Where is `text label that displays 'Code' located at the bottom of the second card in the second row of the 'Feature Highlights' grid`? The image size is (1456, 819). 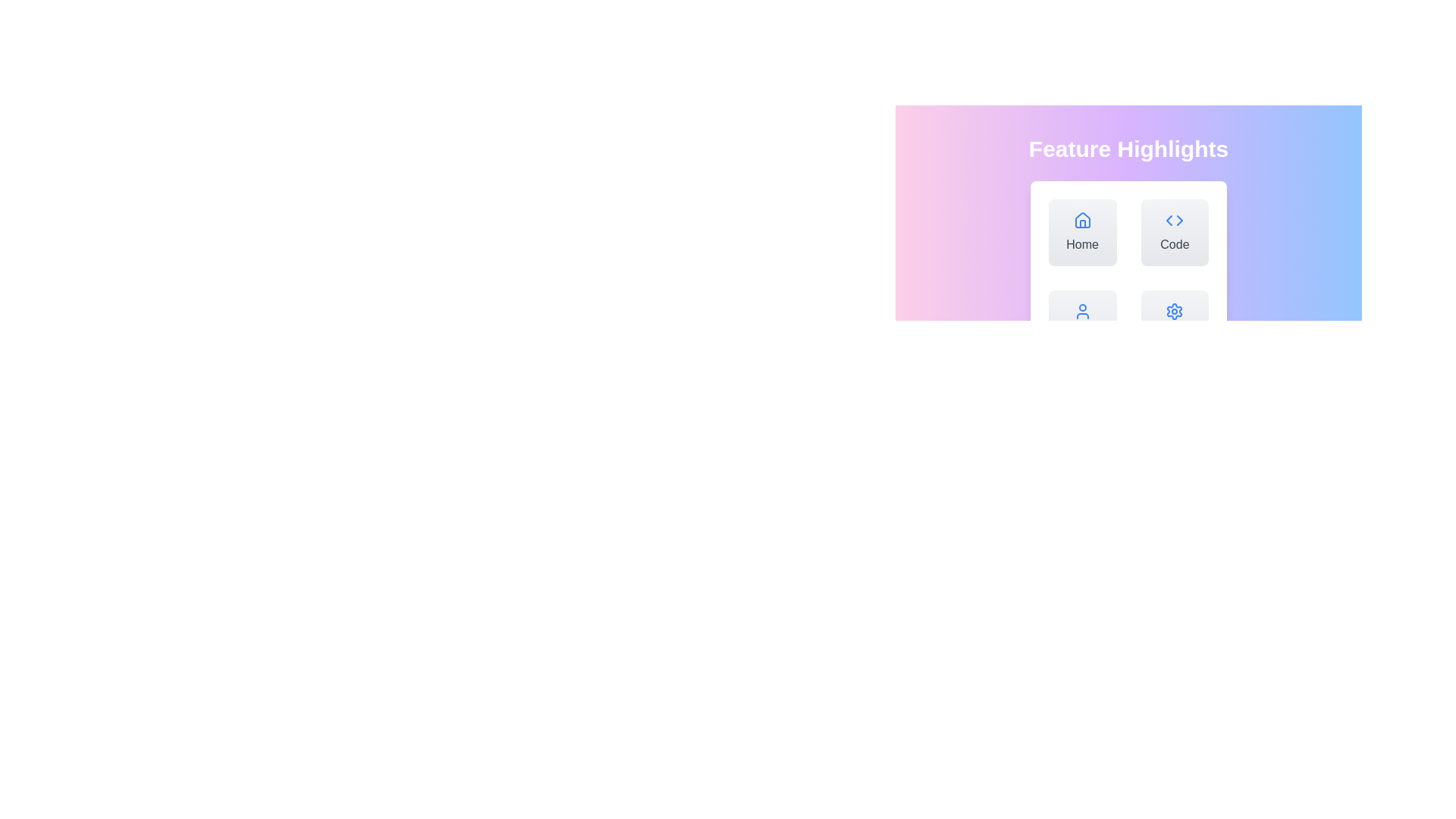 text label that displays 'Code' located at the bottom of the second card in the second row of the 'Feature Highlights' grid is located at coordinates (1174, 244).